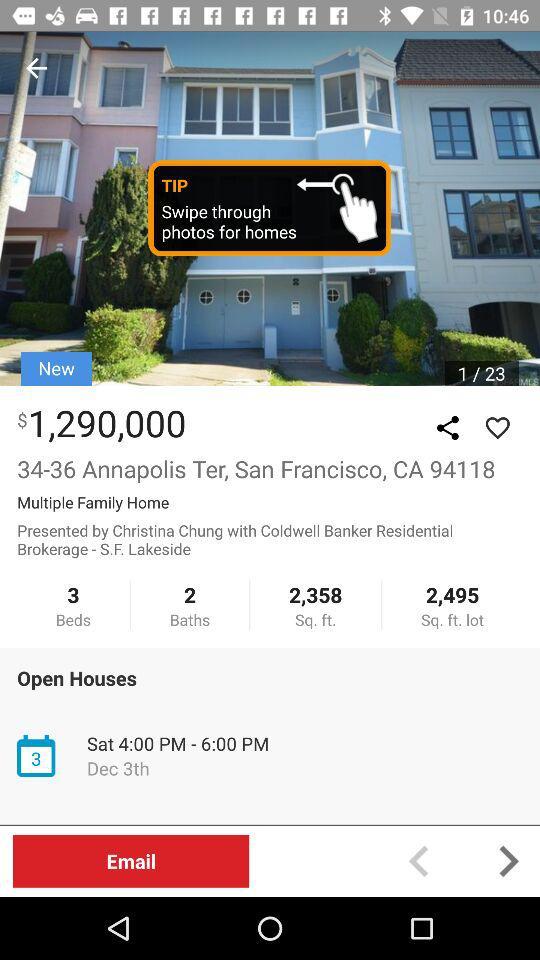  I want to click on back, so click(418, 860).